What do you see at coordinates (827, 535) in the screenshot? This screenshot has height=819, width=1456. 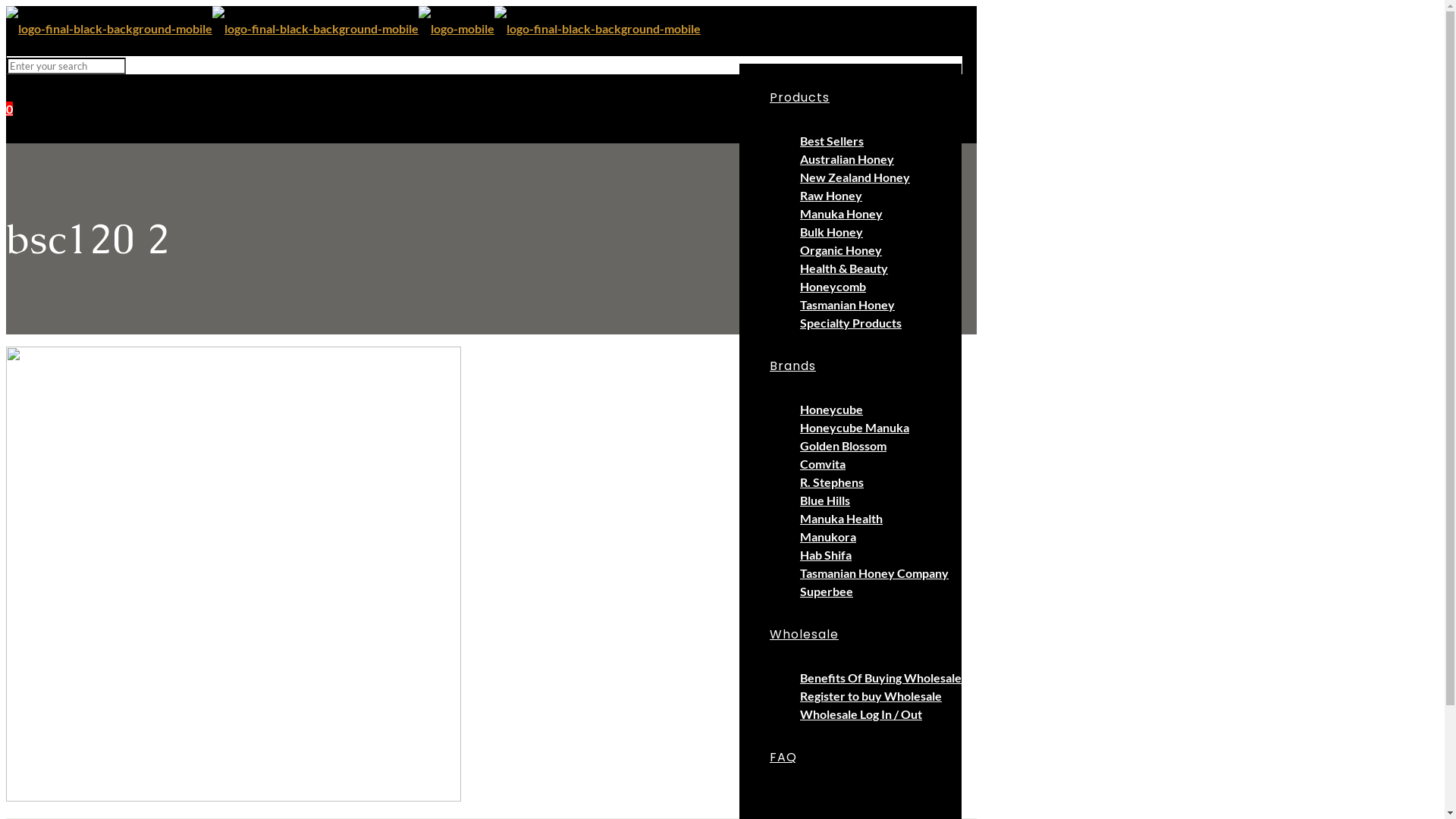 I see `'Manukora'` at bounding box center [827, 535].